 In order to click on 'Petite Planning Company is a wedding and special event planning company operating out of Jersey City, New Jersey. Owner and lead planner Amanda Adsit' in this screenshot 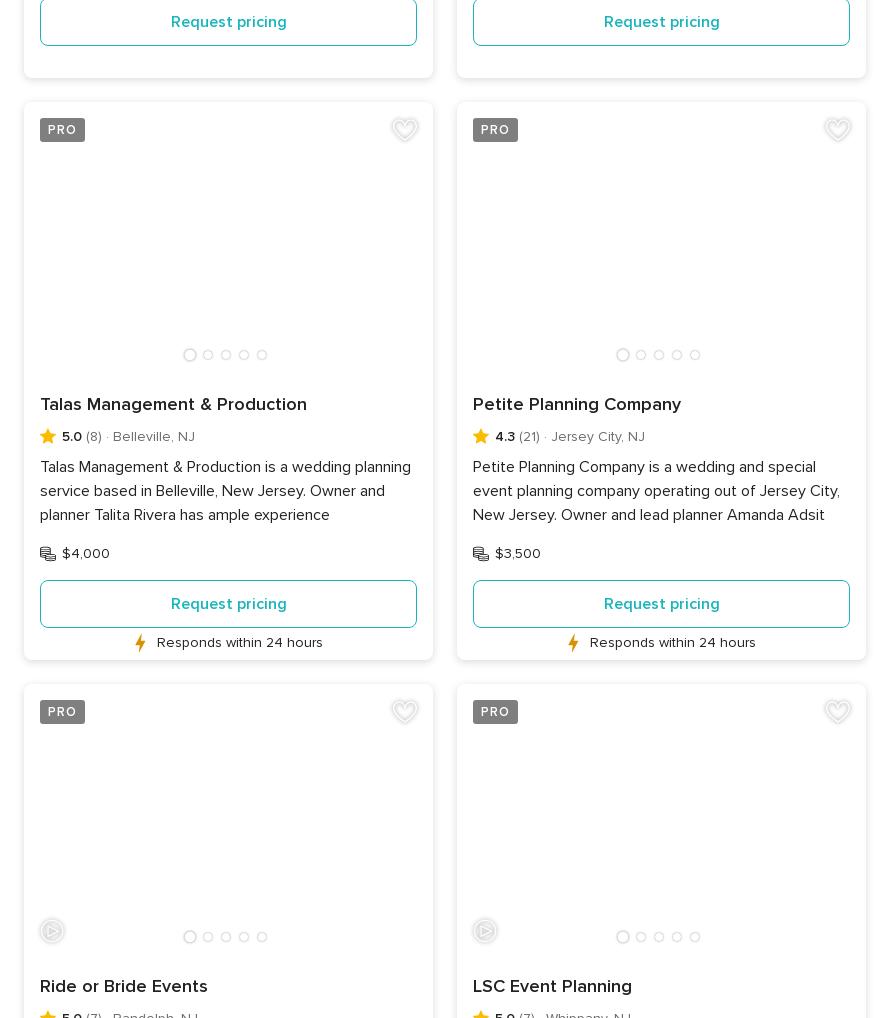, I will do `click(656, 490)`.